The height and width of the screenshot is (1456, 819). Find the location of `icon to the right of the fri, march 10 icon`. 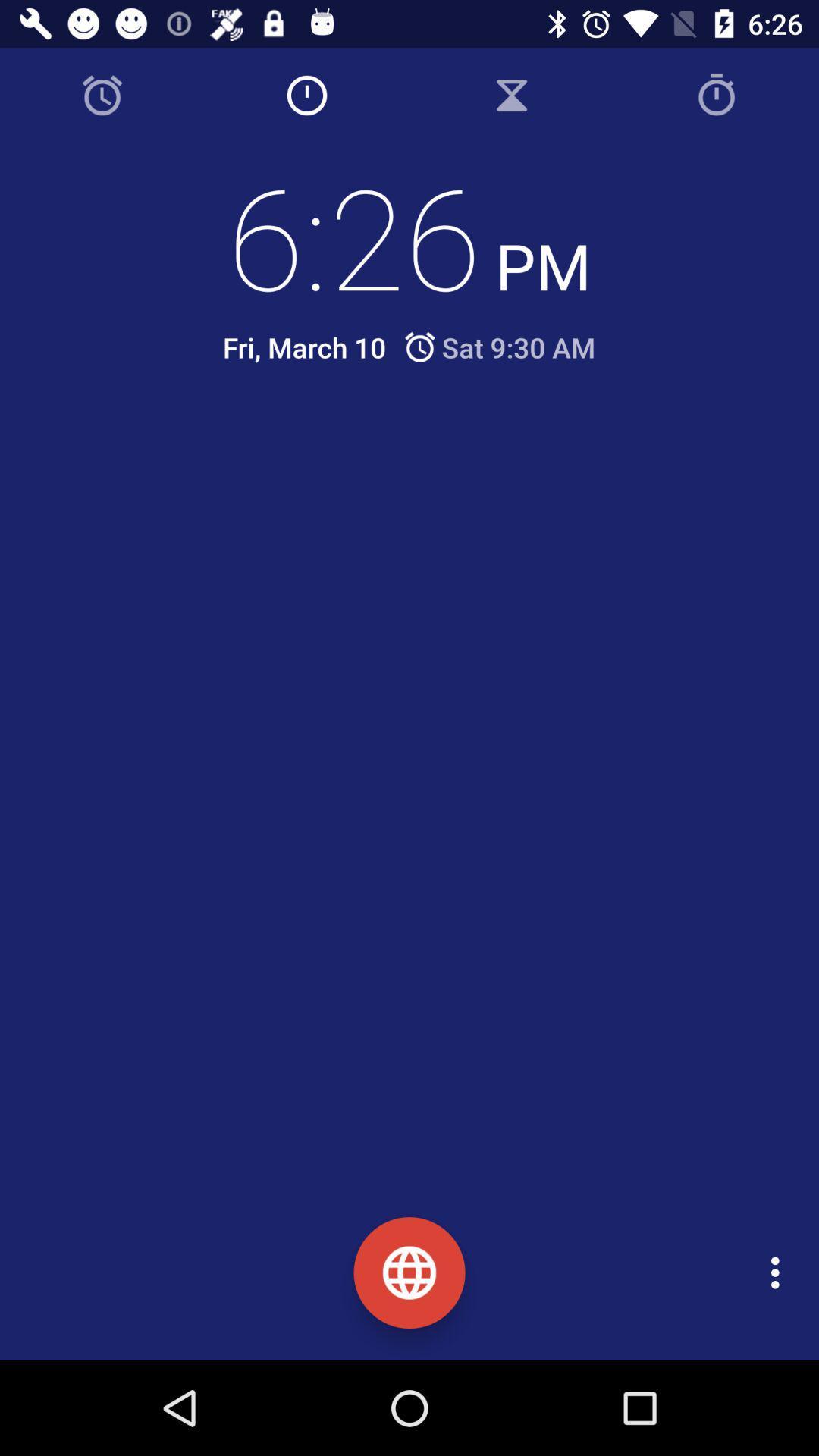

icon to the right of the fri, march 10 icon is located at coordinates (498, 347).